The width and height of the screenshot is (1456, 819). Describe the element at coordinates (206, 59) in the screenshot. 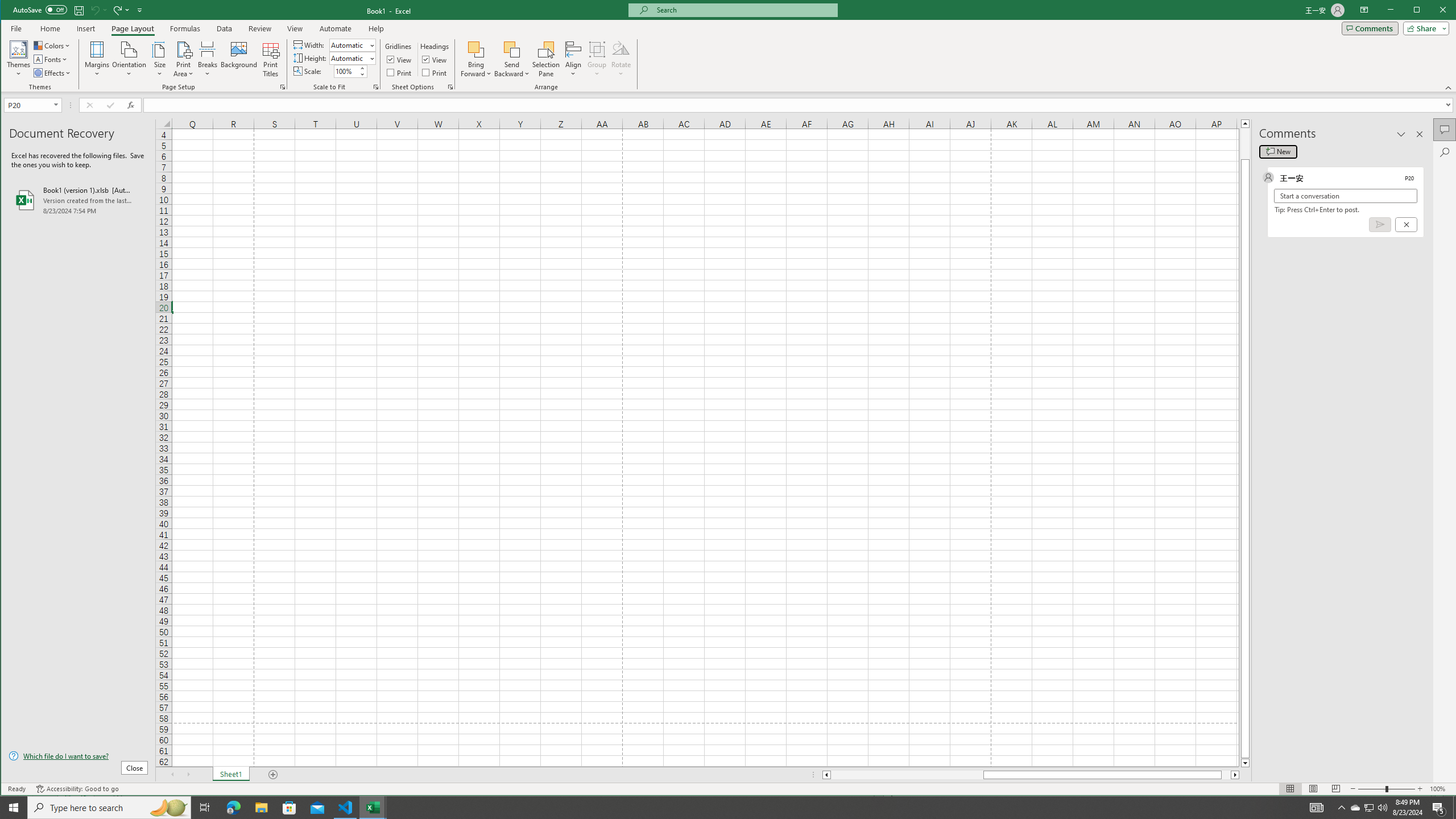

I see `'Breaks'` at that location.